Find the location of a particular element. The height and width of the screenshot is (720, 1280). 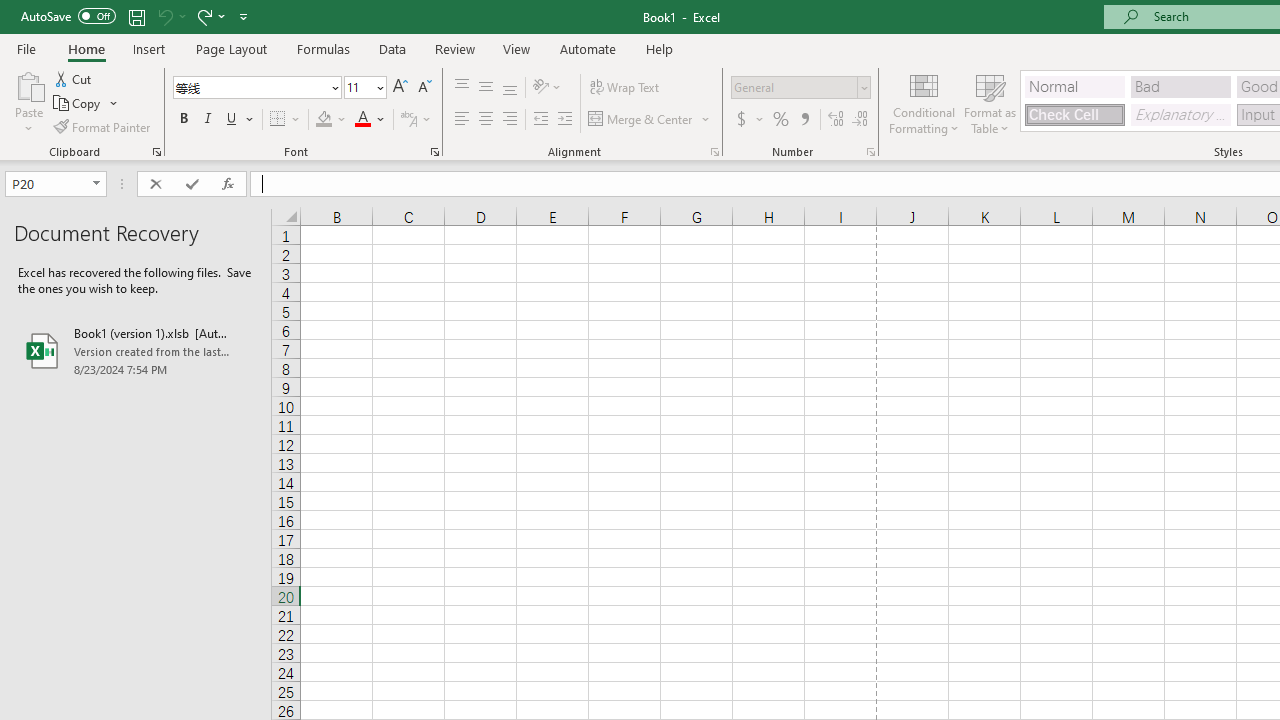

'Increase Font Size' is located at coordinates (400, 86).